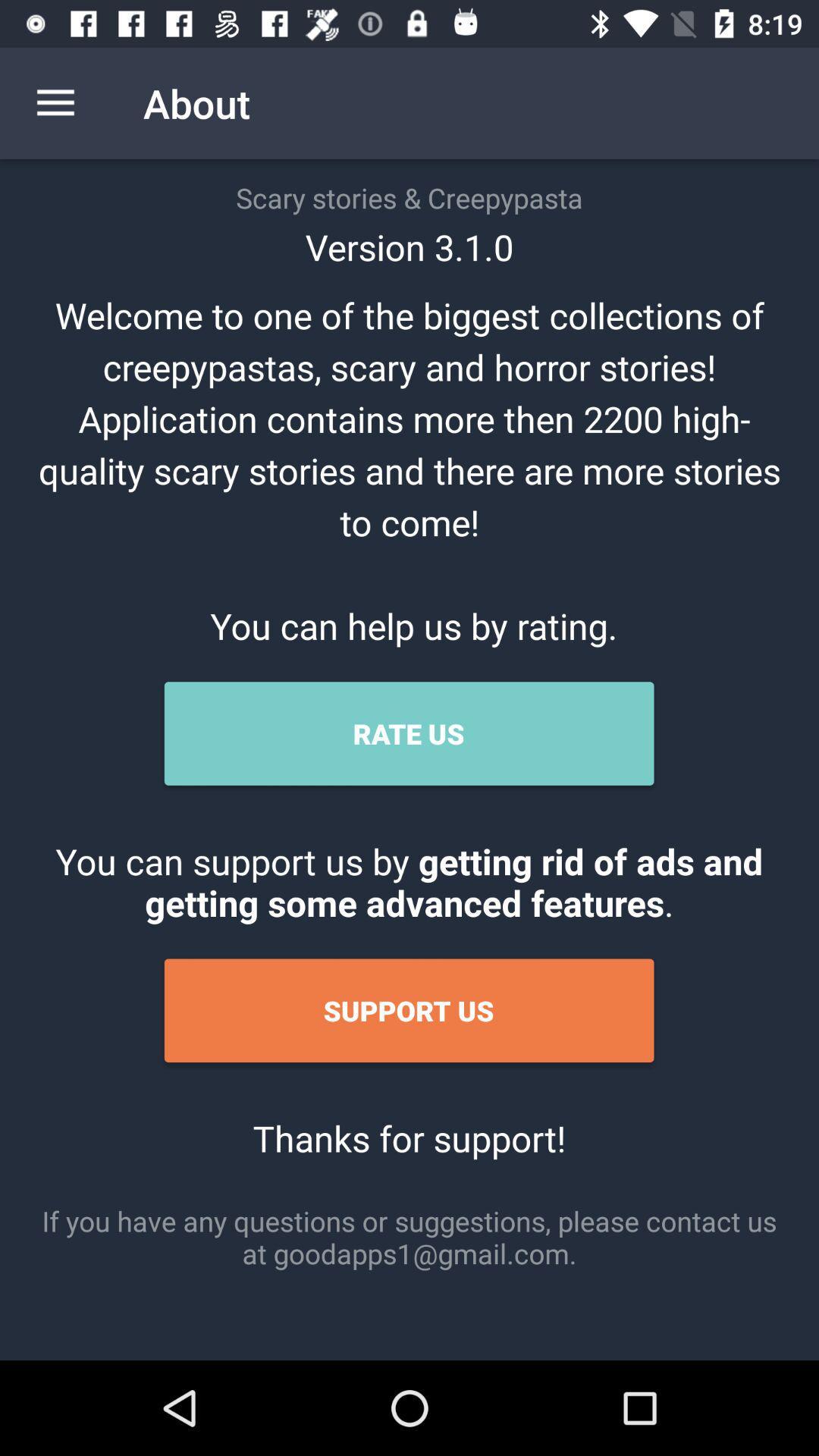 This screenshot has width=819, height=1456. Describe the element at coordinates (408, 733) in the screenshot. I see `the rate us item` at that location.